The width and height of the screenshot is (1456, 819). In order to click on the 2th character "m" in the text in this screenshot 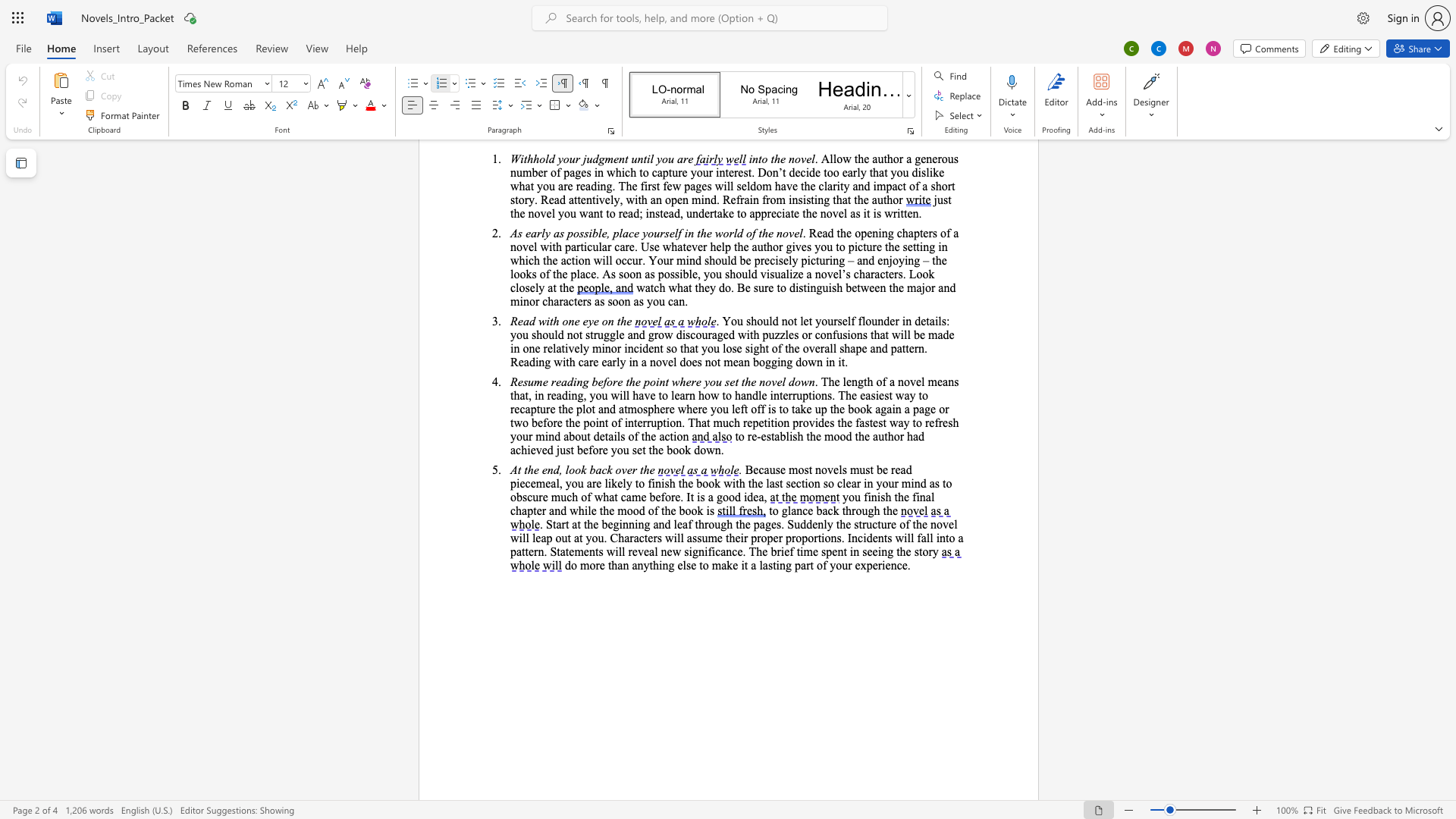, I will do `click(855, 469)`.